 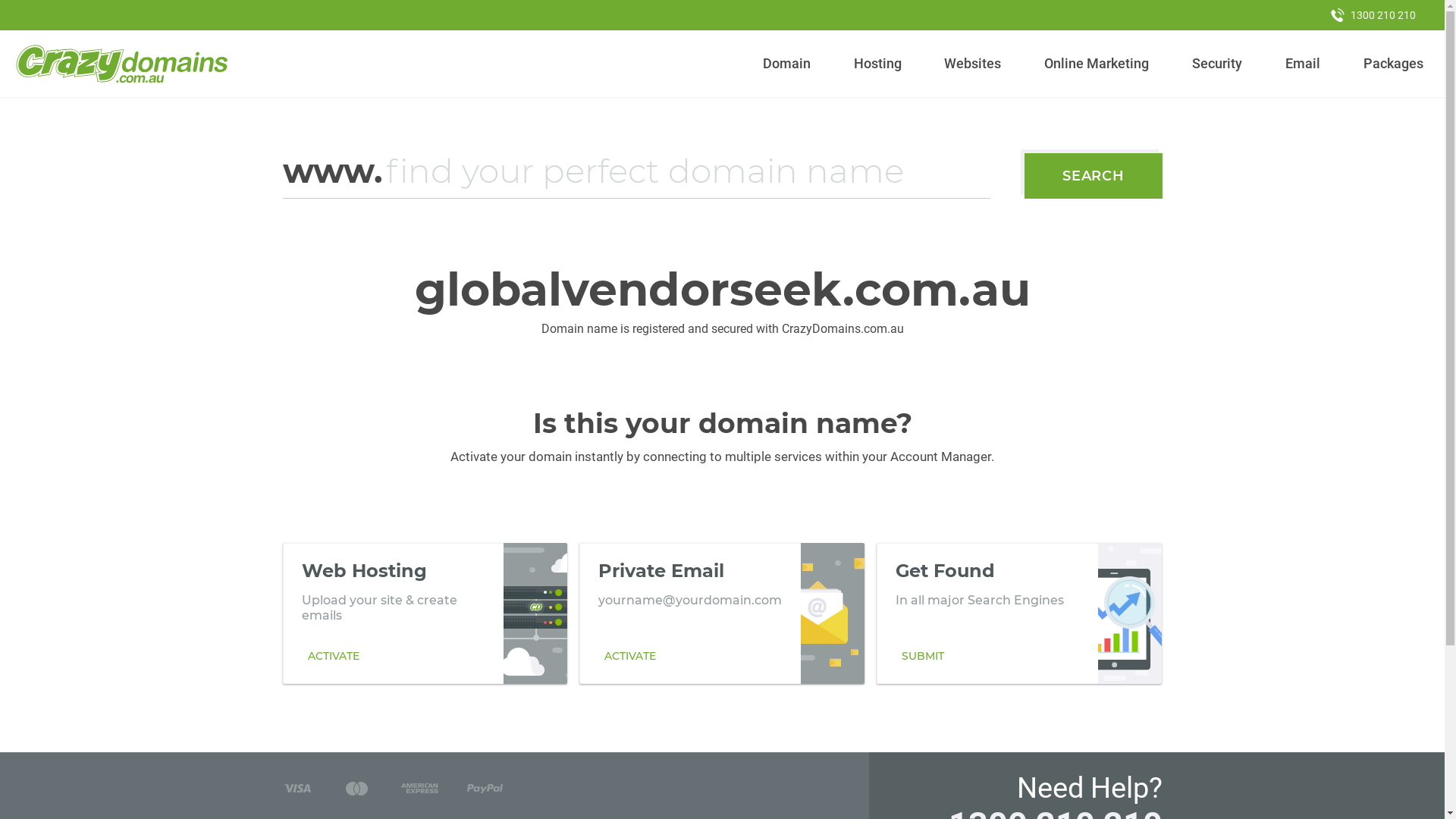 I want to click on '1300 210 210', so click(x=1373, y=14).